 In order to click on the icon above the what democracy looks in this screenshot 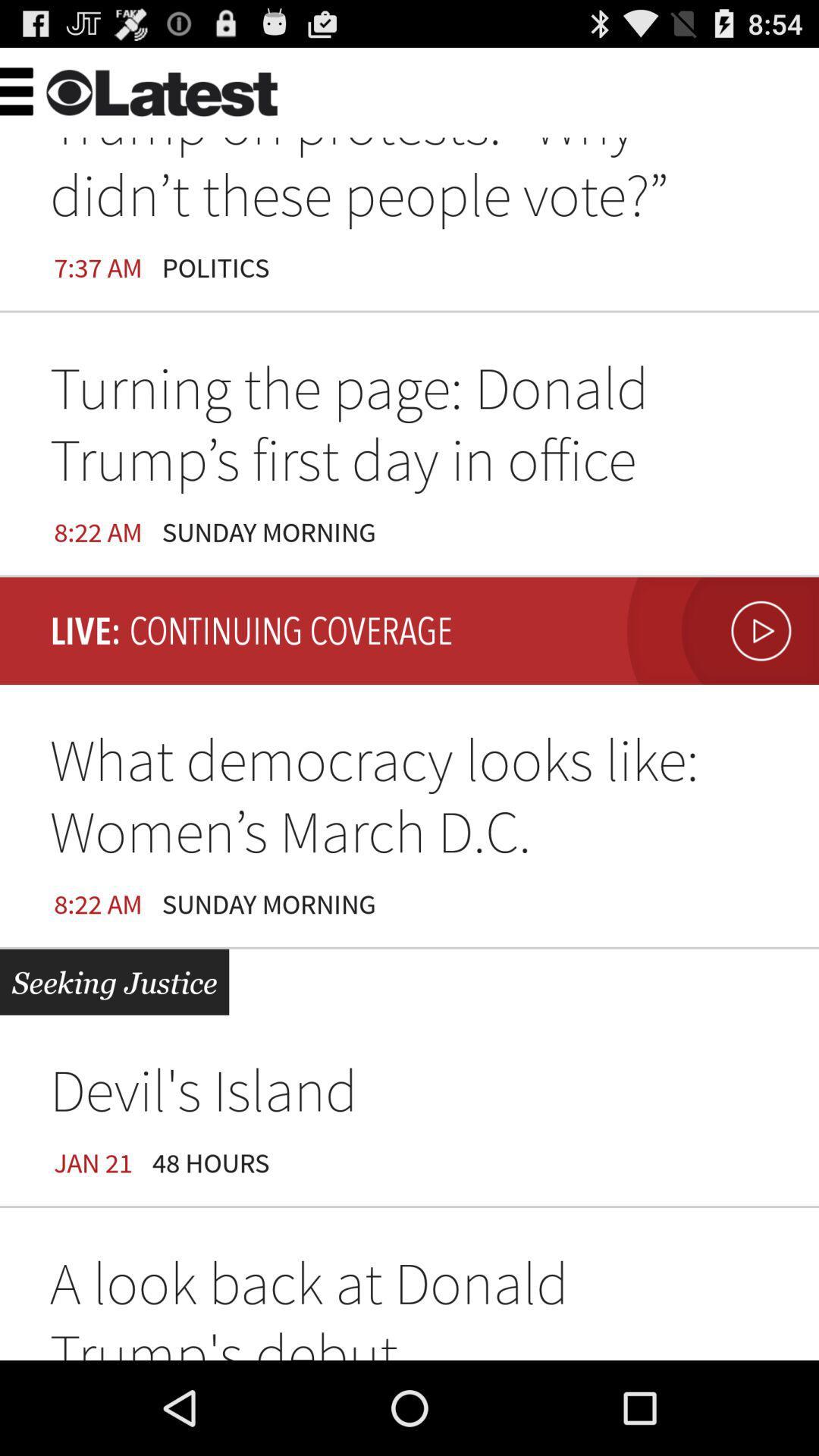, I will do `click(718, 631)`.